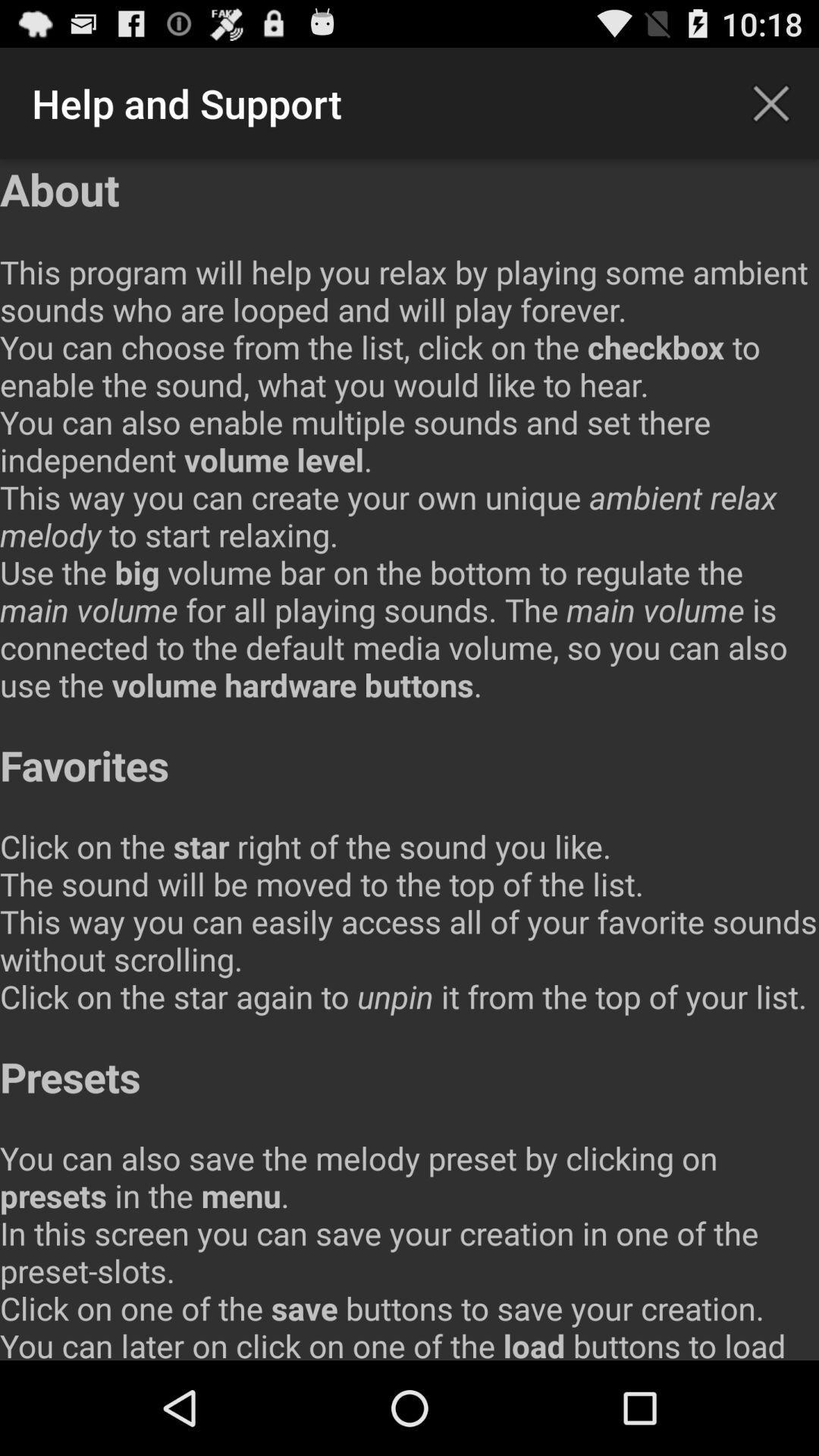 The width and height of the screenshot is (819, 1456). Describe the element at coordinates (771, 102) in the screenshot. I see `icon above the about this program app` at that location.